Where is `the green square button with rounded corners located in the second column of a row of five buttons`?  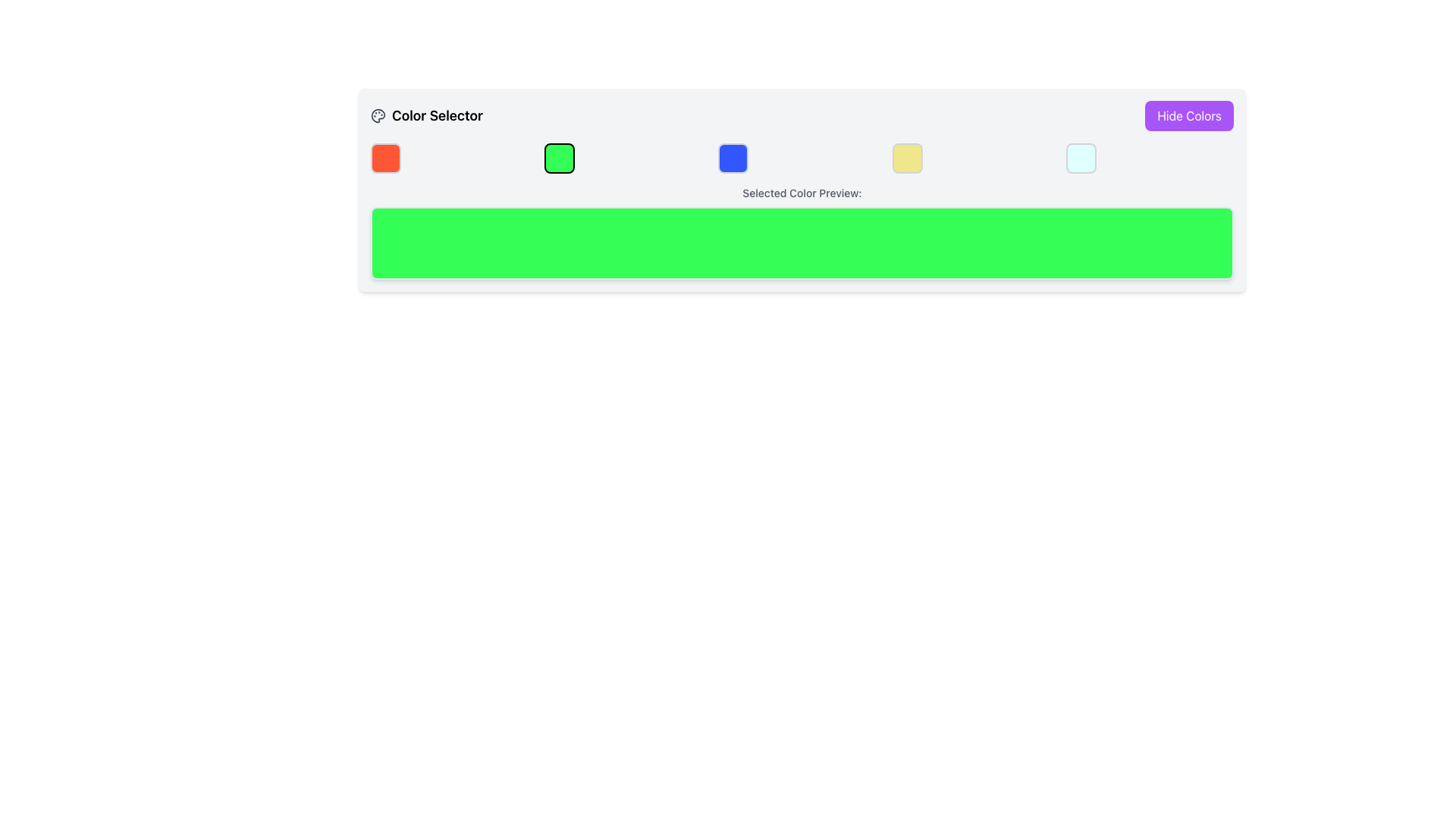 the green square button with rounded corners located in the second column of a row of five buttons is located at coordinates (559, 158).